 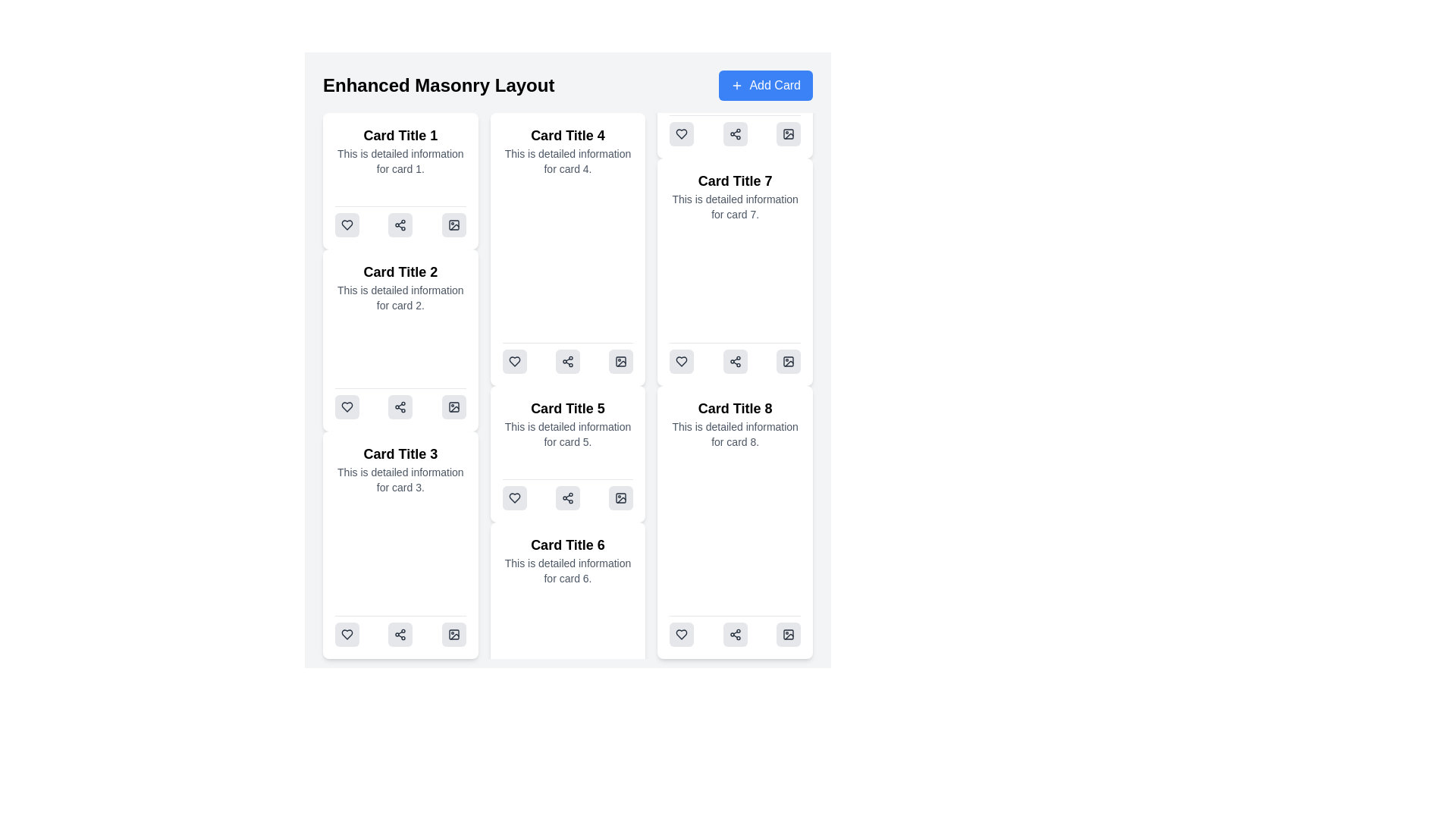 What do you see at coordinates (566, 544) in the screenshot?
I see `the text label styled with a larger font size and bold typeface that contains the text 'Card Title 6', which is located above the detailed description of the sixth card in the middle column` at bounding box center [566, 544].